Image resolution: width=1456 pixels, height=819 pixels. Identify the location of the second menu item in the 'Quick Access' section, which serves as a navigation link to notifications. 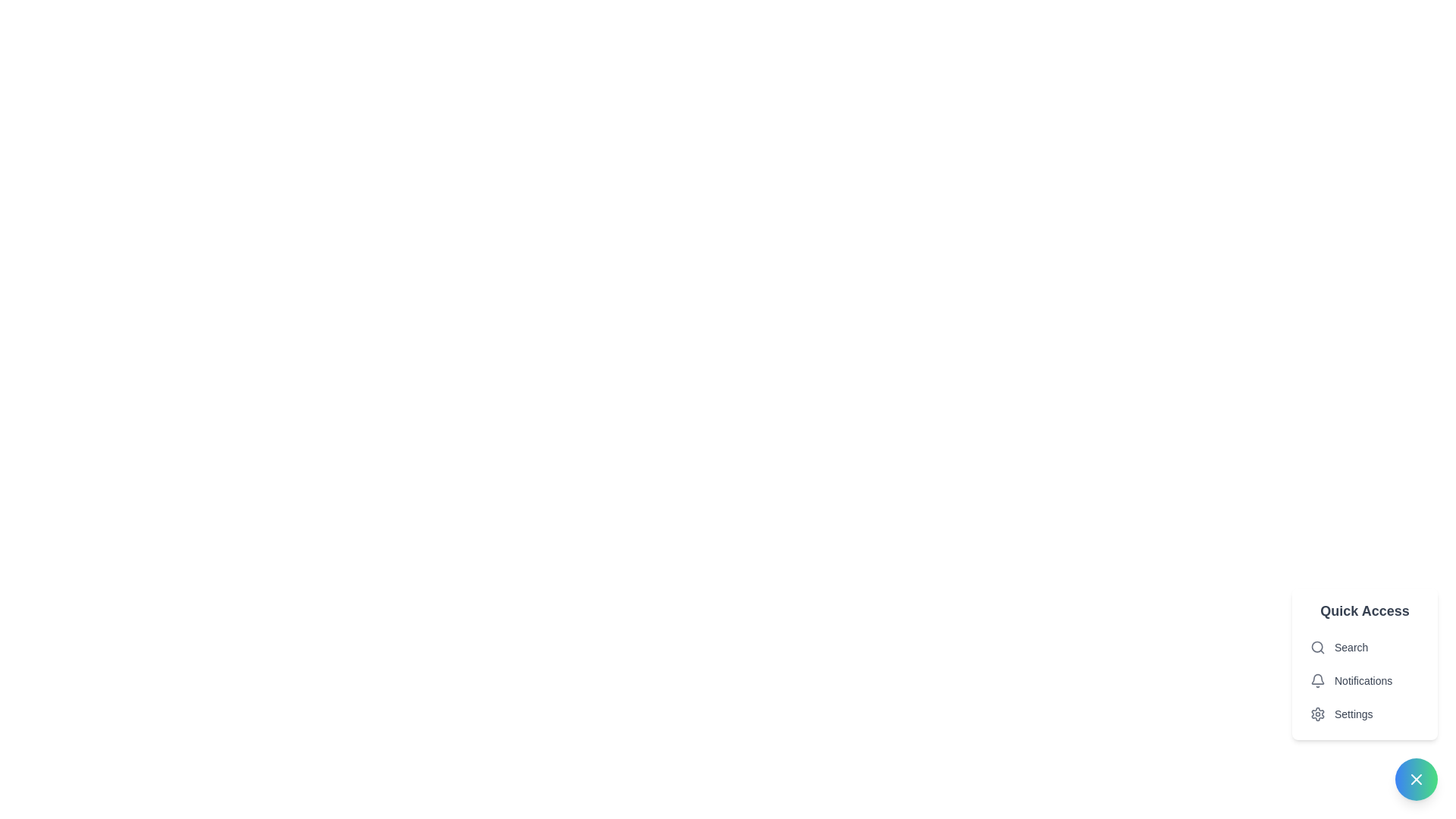
(1365, 680).